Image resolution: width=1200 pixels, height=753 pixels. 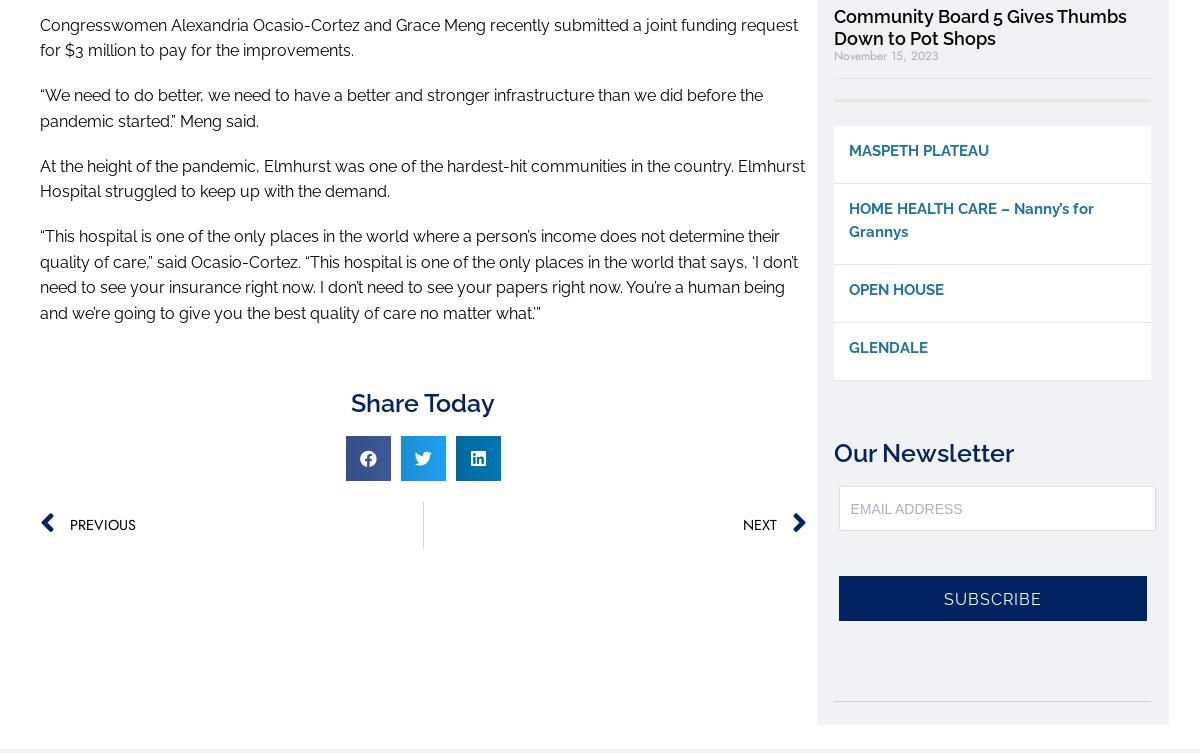 I want to click on 'OPEN HOUSE', so click(x=848, y=289).